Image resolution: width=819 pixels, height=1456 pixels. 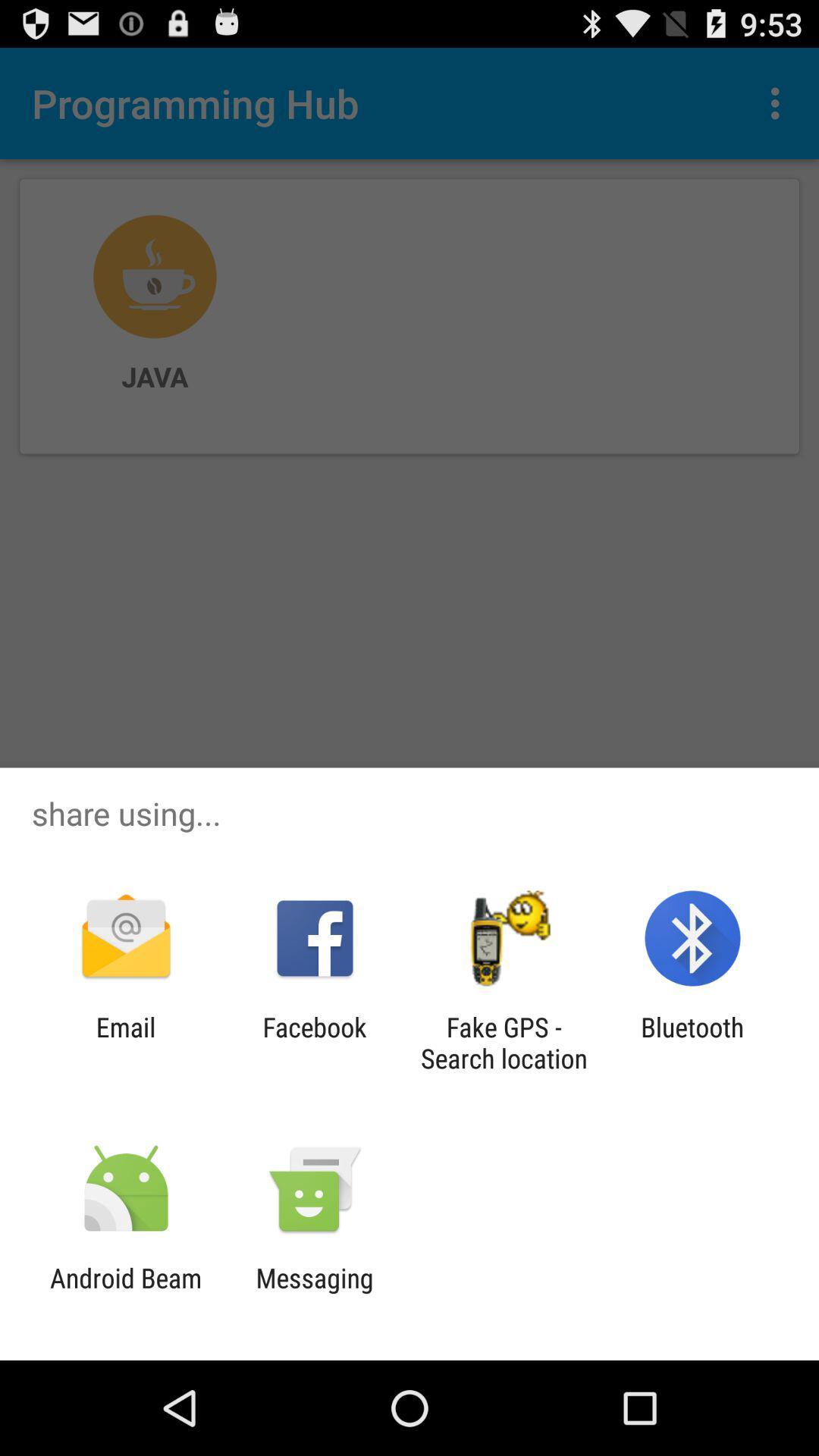 What do you see at coordinates (314, 1042) in the screenshot?
I see `item next to the fake gps search app` at bounding box center [314, 1042].